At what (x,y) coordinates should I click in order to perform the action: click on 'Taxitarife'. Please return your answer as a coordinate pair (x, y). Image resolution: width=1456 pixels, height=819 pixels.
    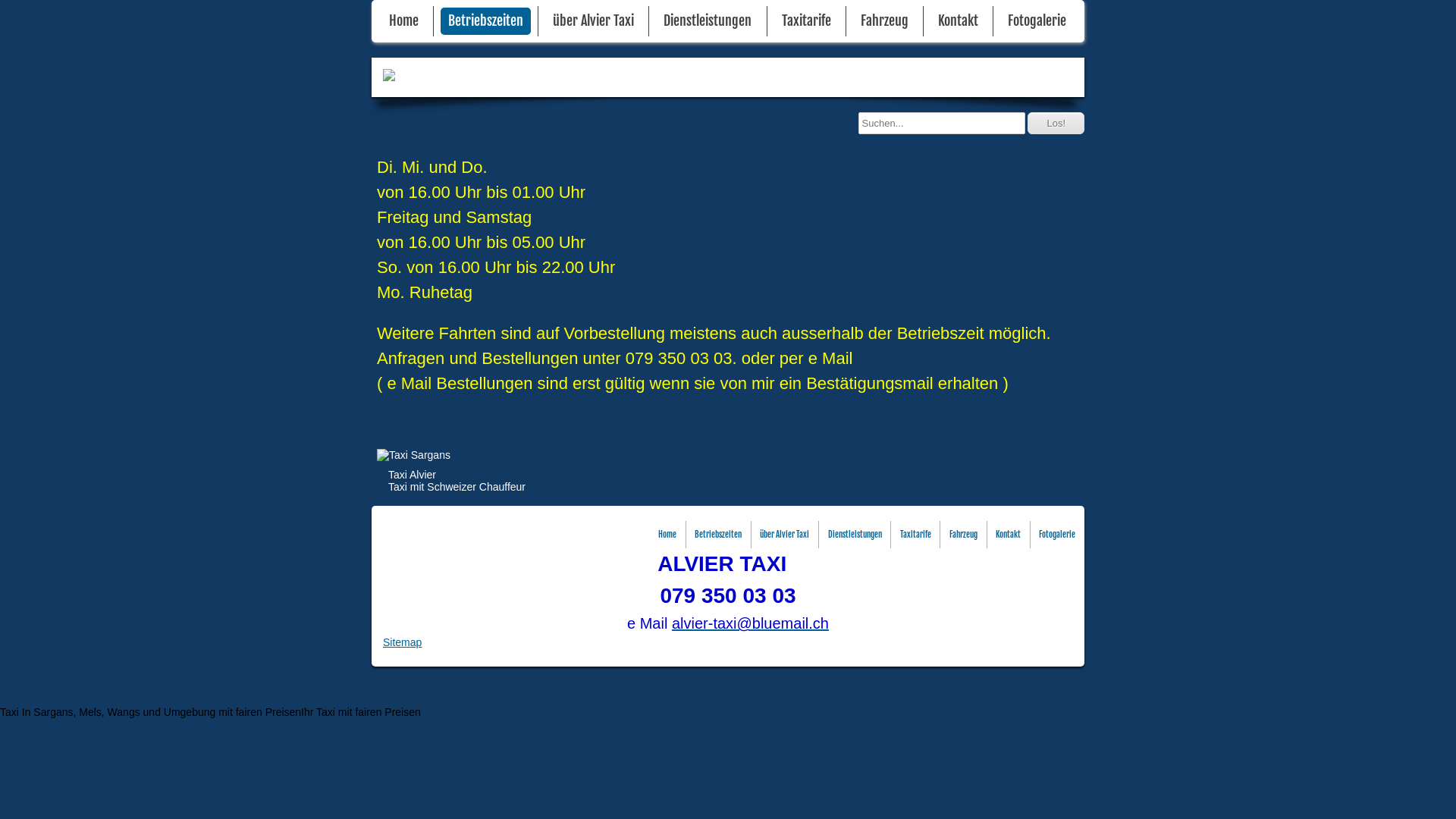
    Looking at the image, I should click on (805, 20).